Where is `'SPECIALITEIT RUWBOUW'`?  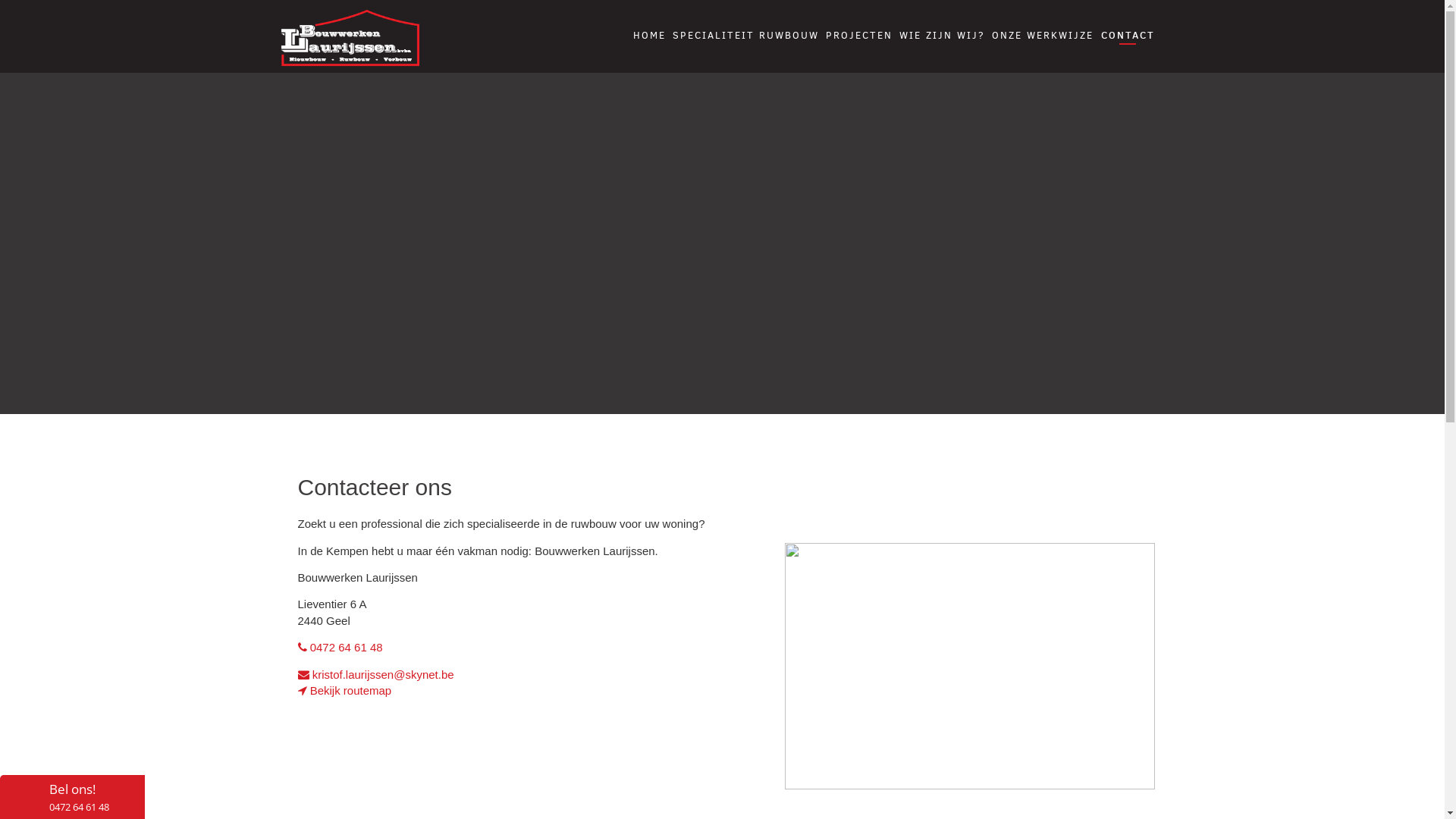 'SPECIALITEIT RUWBOUW' is located at coordinates (745, 34).